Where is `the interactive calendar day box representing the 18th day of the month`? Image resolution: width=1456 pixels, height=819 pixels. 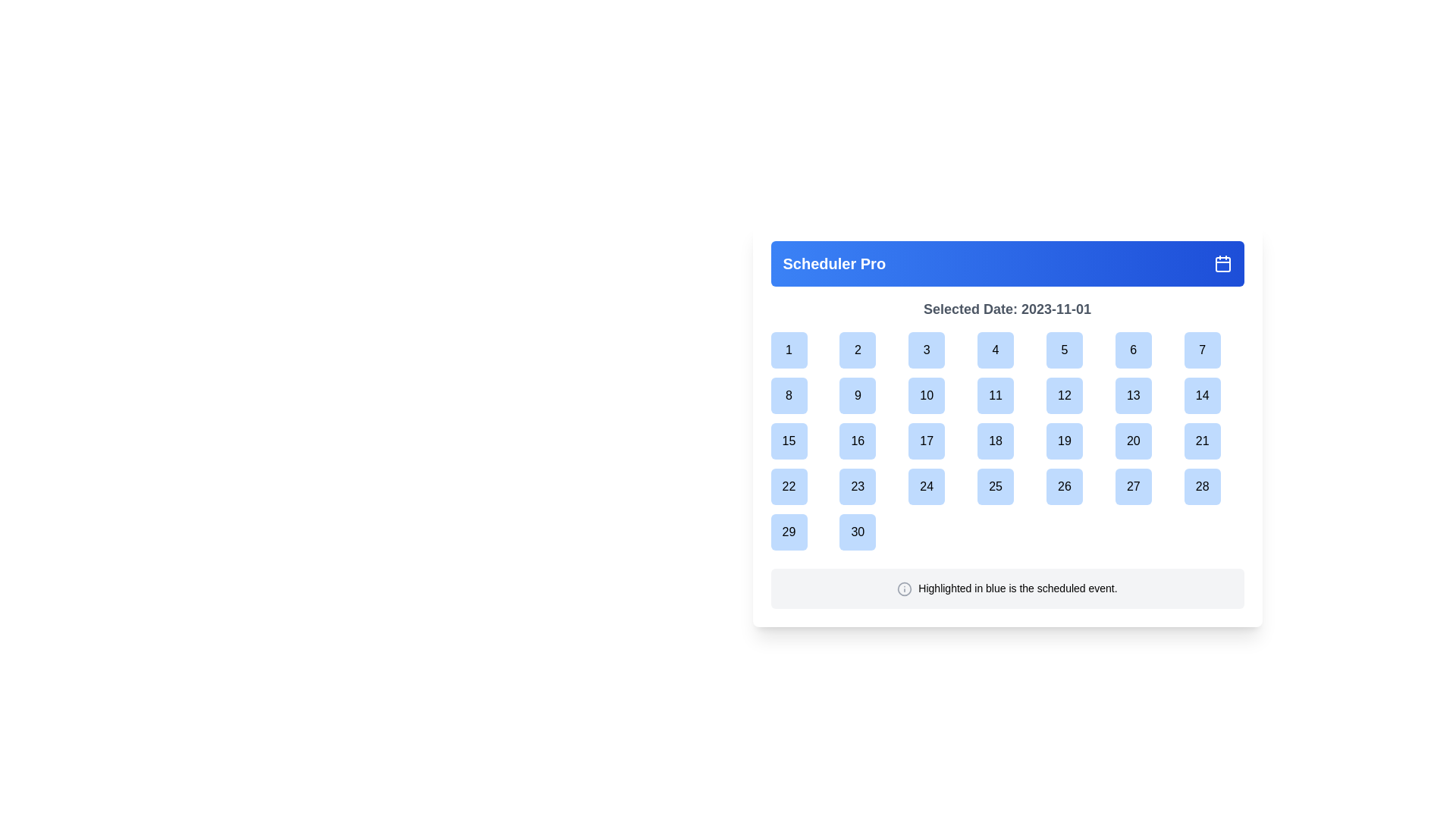
the interactive calendar day box representing the 18th day of the month is located at coordinates (1007, 441).